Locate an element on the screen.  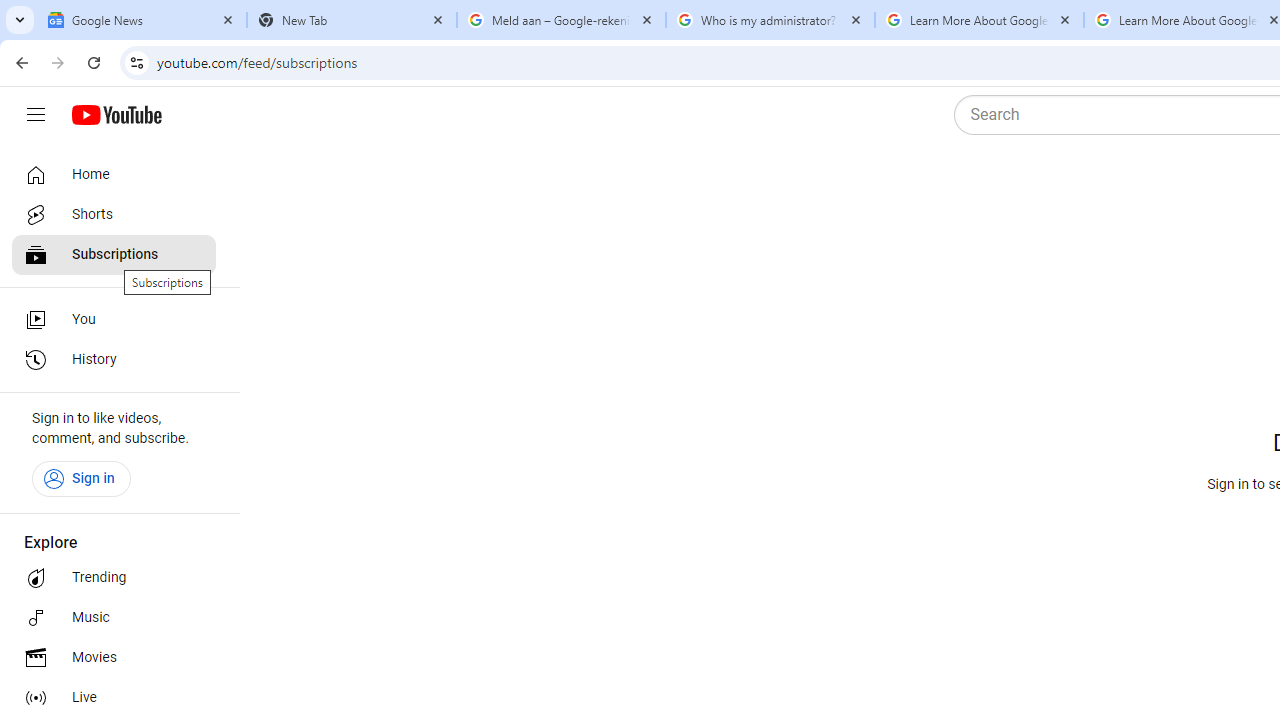
'YouTube Home' is located at coordinates (115, 115).